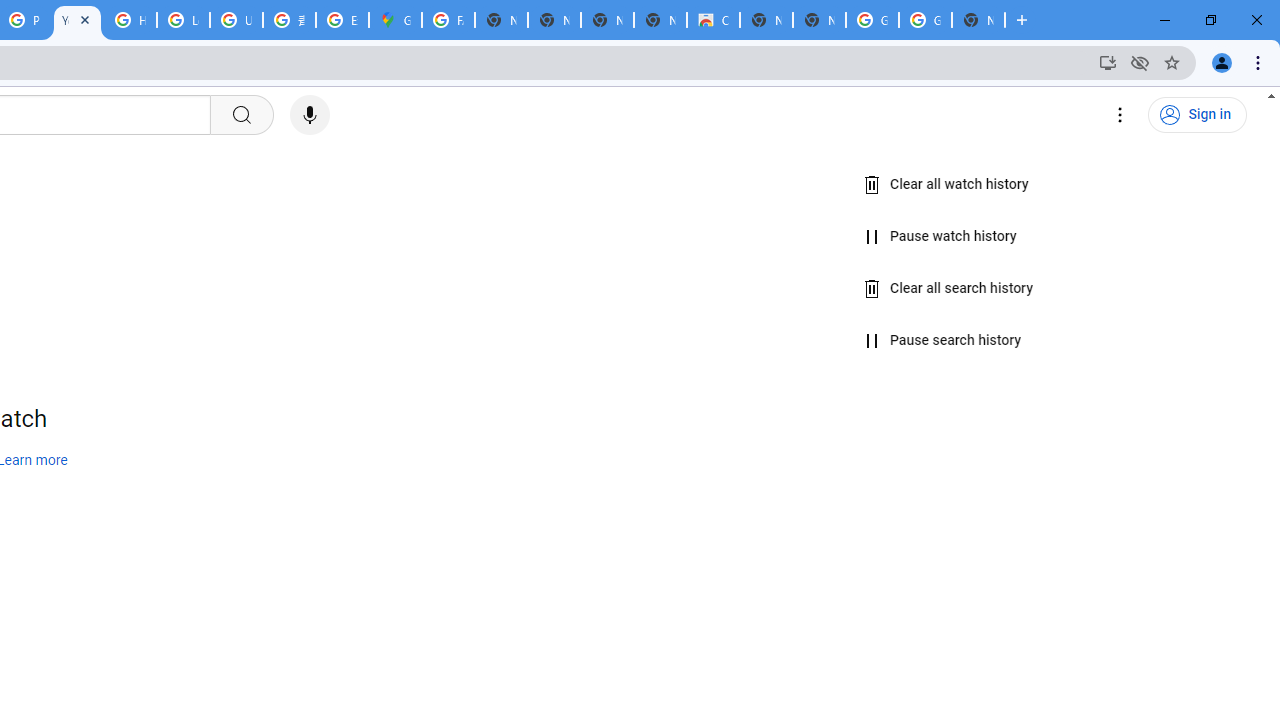 The height and width of the screenshot is (720, 1280). I want to click on 'Explore new street-level details - Google Maps Help', so click(342, 20).